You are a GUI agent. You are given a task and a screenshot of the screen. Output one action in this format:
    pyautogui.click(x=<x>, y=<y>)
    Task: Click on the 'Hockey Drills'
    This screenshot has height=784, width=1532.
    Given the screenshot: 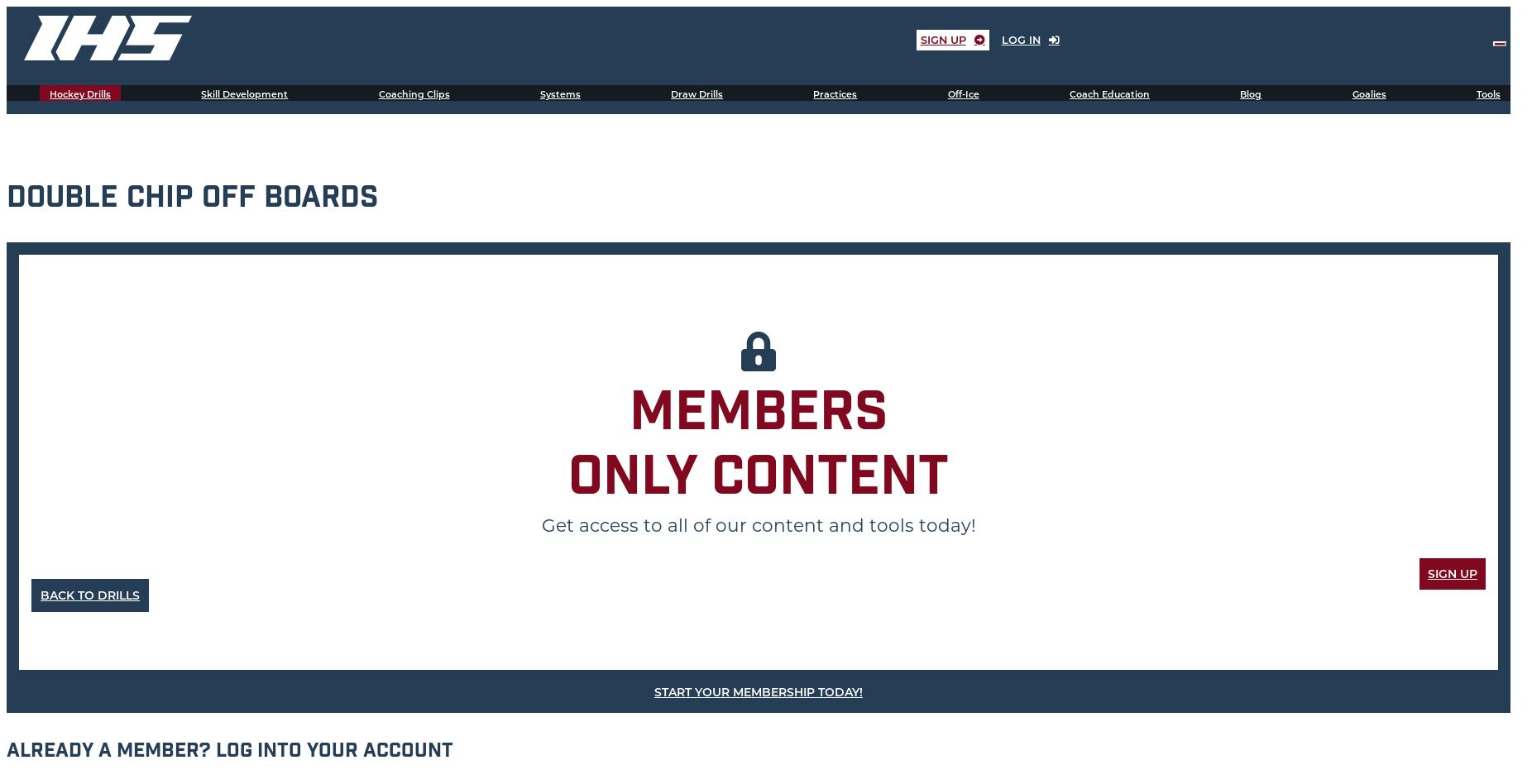 What is the action you would take?
    pyautogui.click(x=79, y=94)
    